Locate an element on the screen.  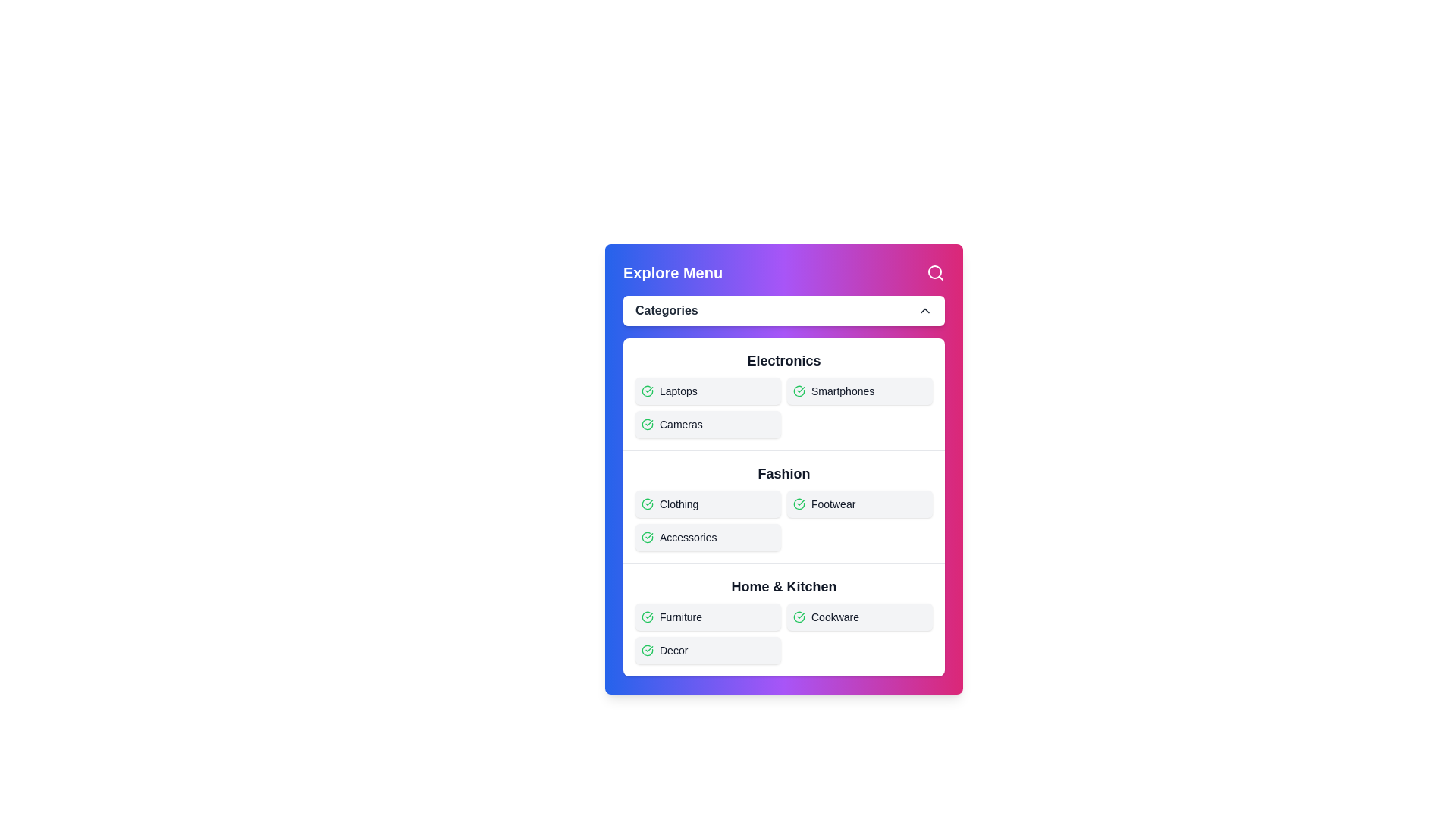
the completion icon for the 'Accessories' item located to the left of the text within the 'Fashion' category group is located at coordinates (648, 537).